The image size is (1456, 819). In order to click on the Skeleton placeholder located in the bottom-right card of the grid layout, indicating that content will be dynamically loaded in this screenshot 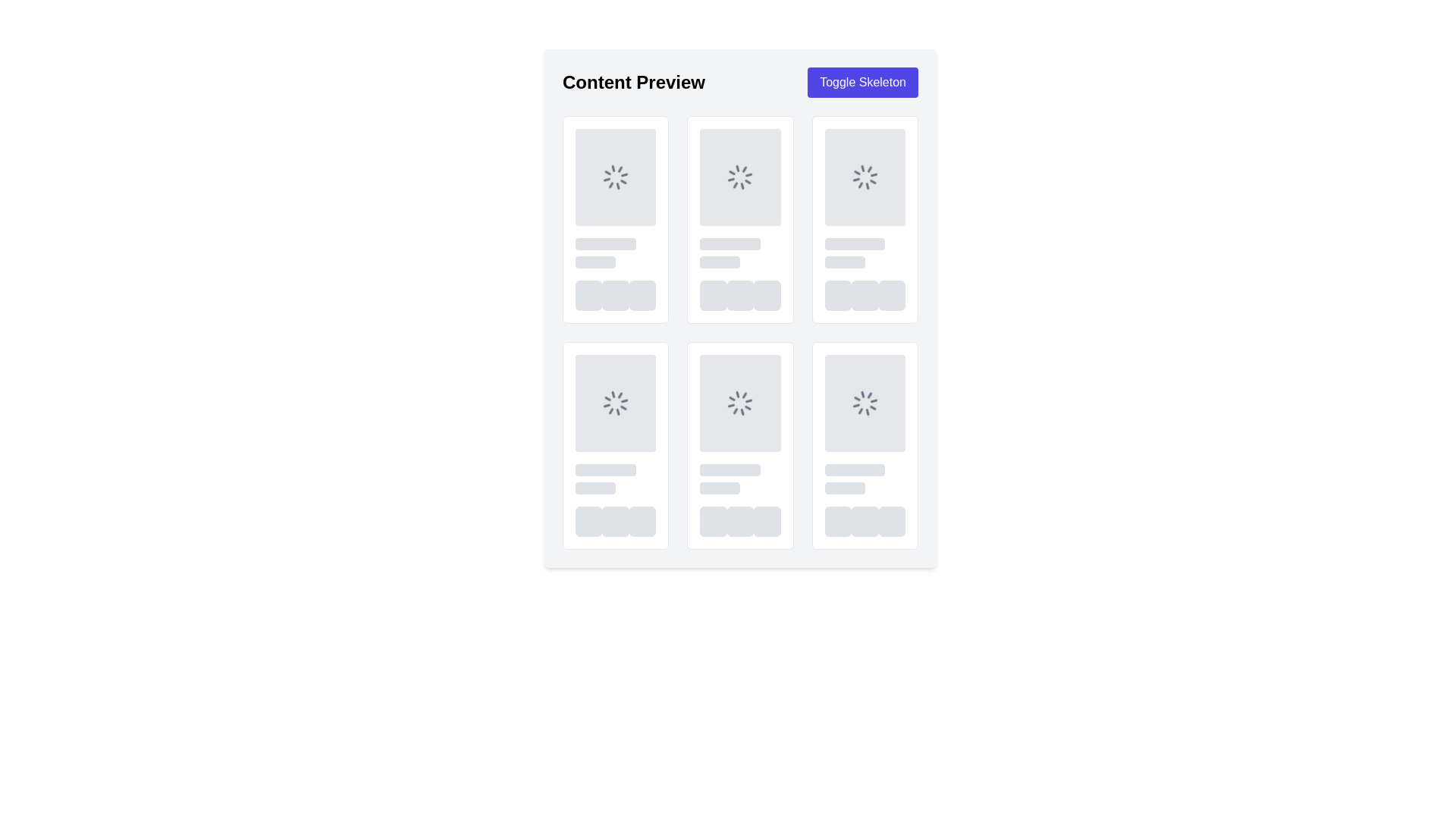, I will do `click(864, 479)`.